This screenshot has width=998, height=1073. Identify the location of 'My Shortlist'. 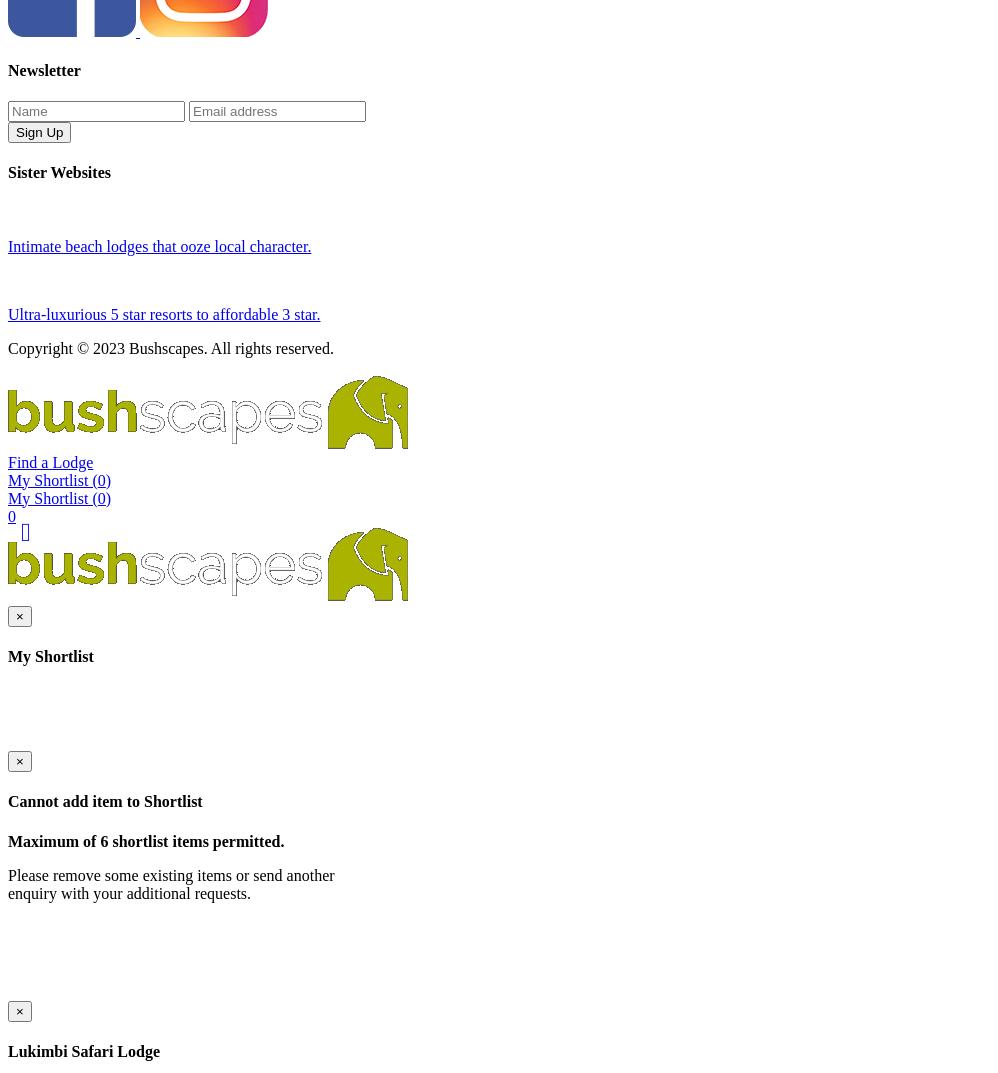
(7, 788).